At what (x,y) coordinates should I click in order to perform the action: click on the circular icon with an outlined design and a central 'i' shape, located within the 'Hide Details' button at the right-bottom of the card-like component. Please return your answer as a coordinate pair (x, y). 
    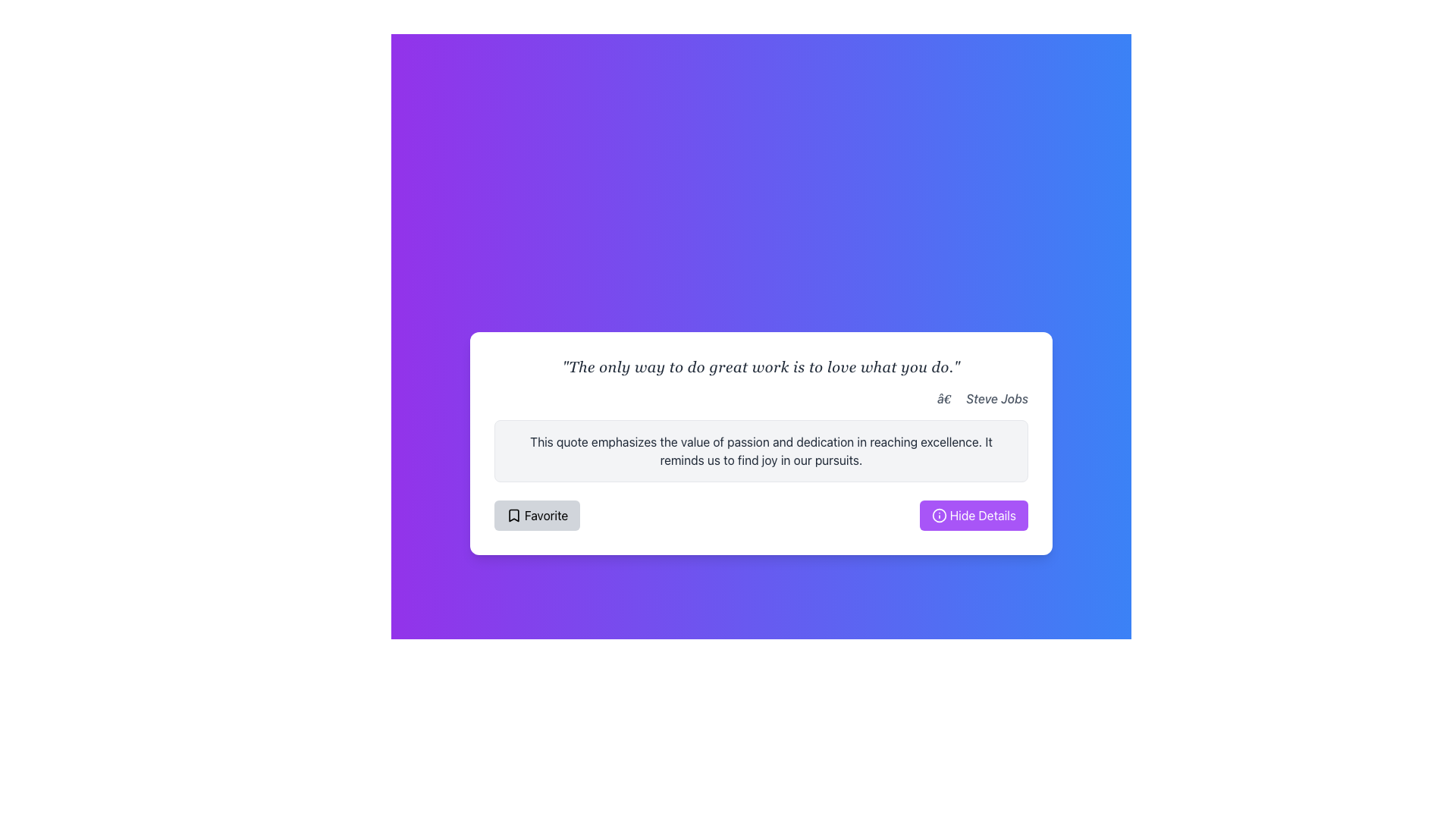
    Looking at the image, I should click on (938, 514).